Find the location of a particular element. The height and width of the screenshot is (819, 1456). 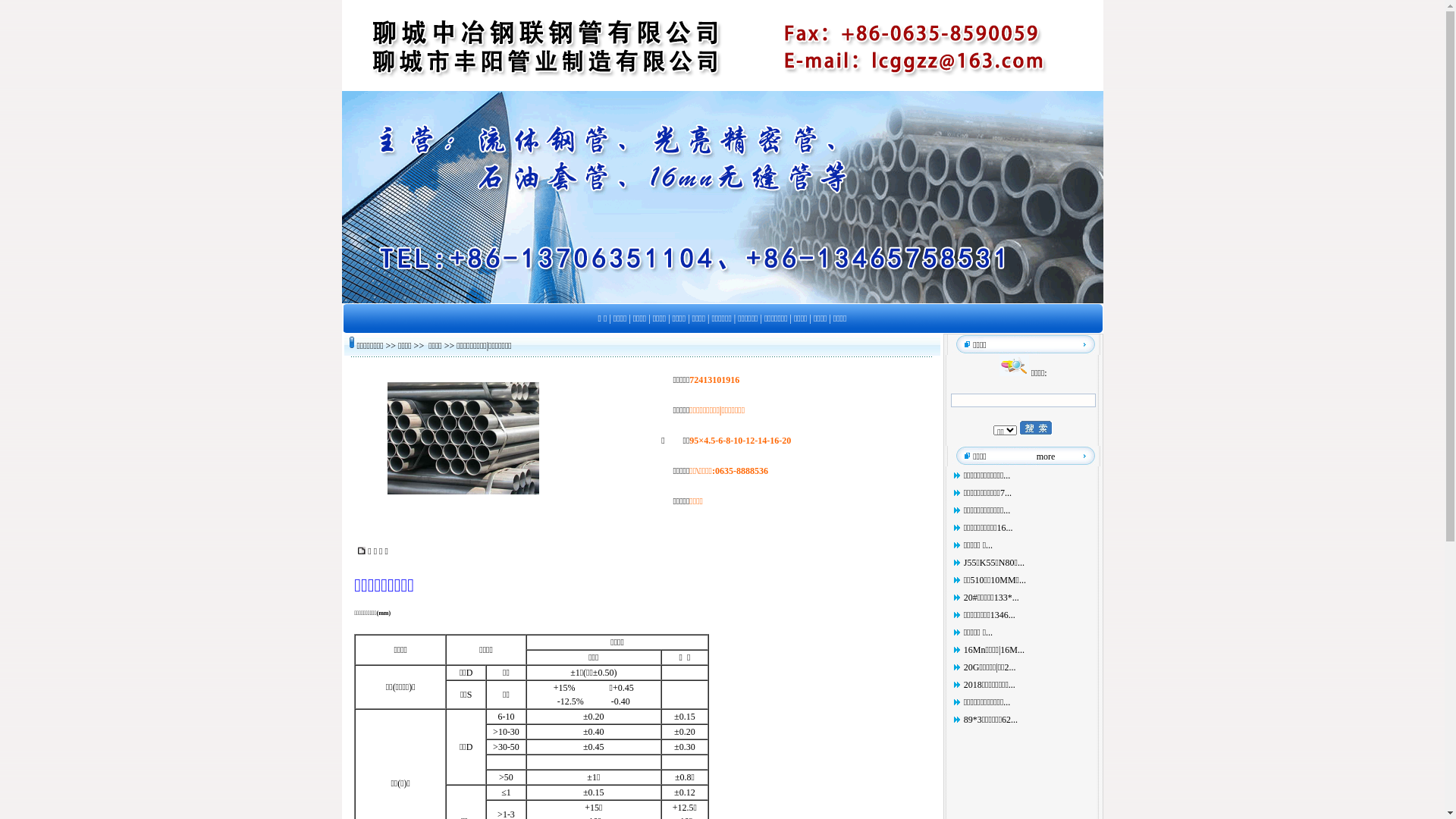

'more' is located at coordinates (1045, 455).